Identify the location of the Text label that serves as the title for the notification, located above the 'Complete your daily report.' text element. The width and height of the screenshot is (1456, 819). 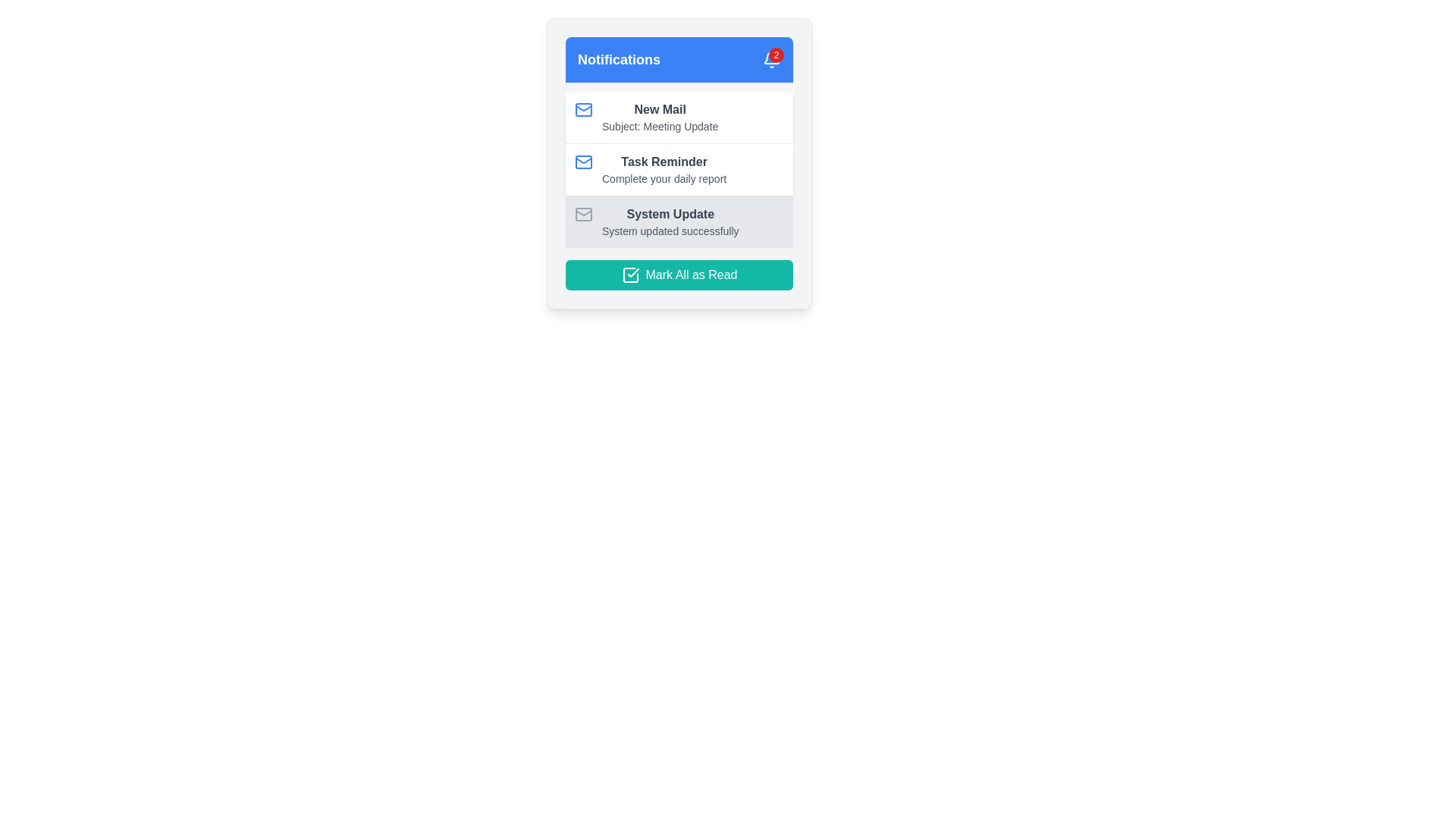
(664, 162).